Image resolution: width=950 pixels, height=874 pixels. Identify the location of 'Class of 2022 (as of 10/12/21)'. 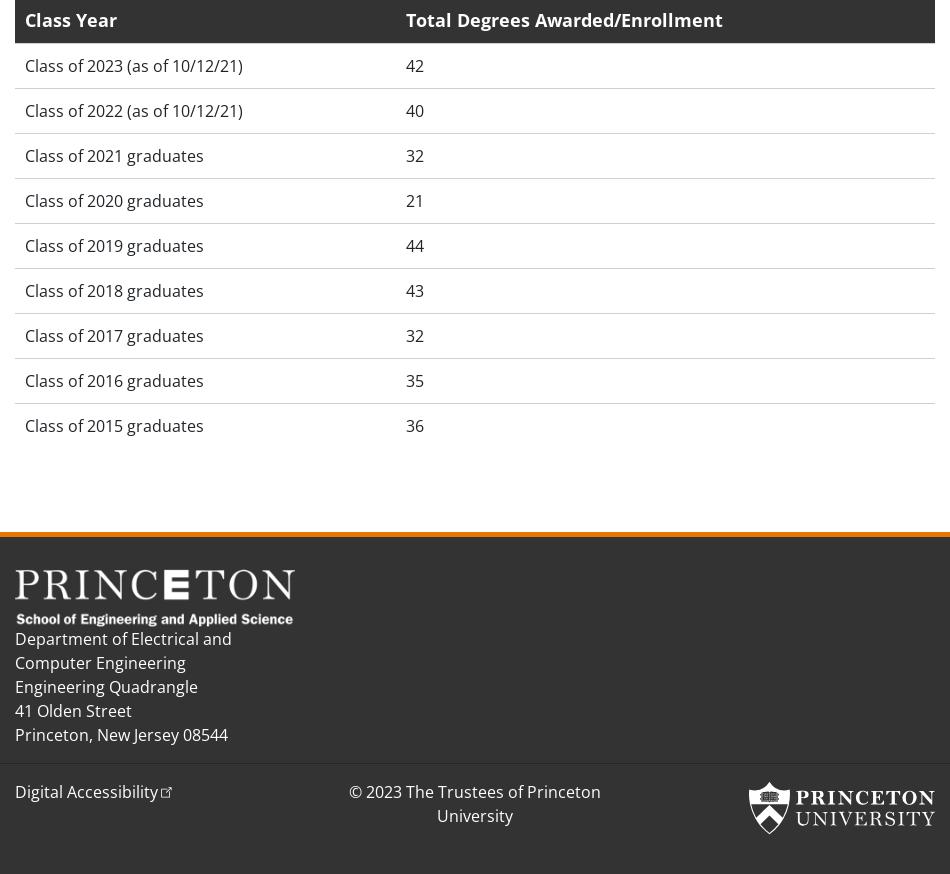
(134, 110).